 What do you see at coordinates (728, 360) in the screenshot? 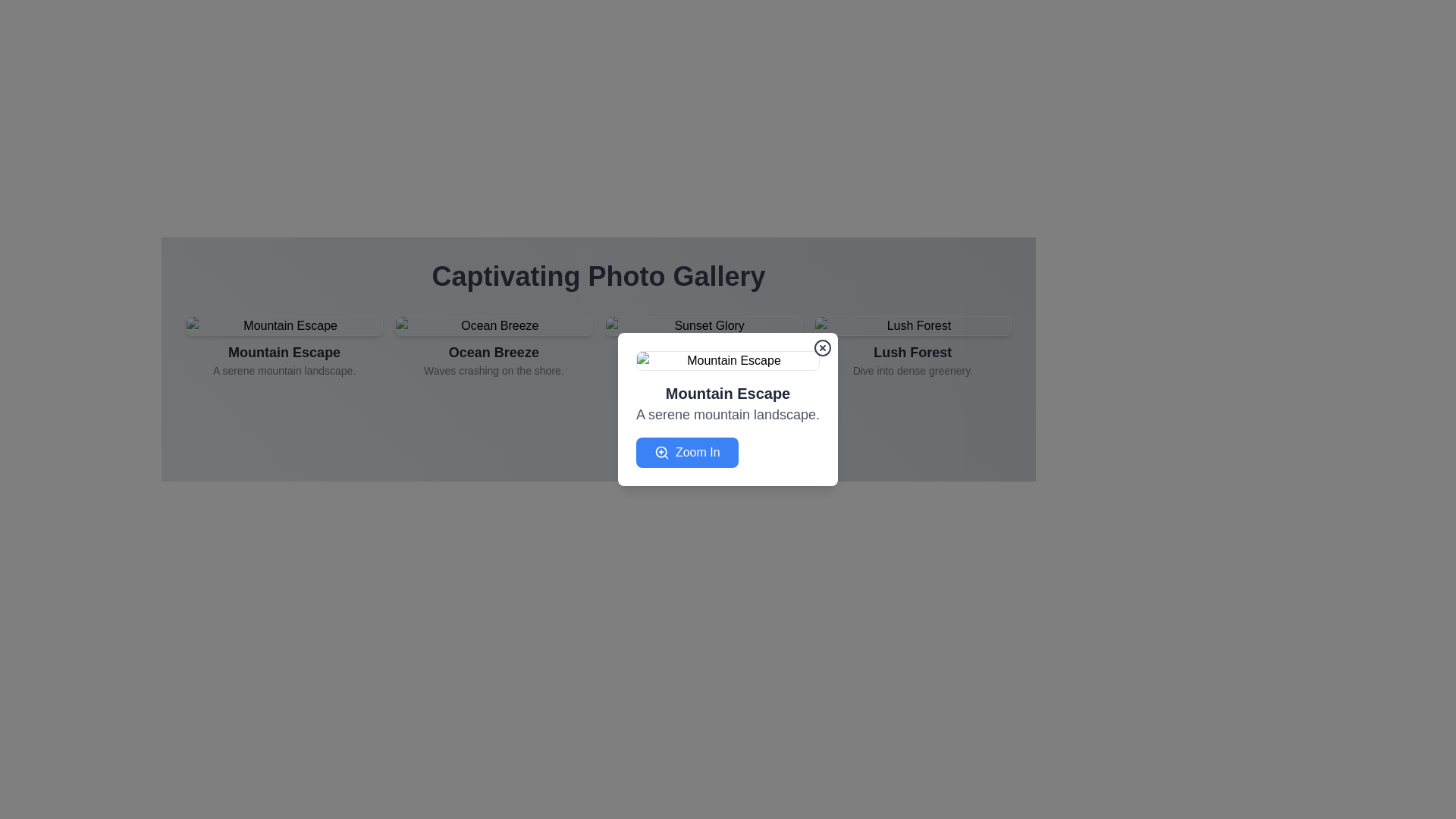
I see `the image illustrating 'Mountain Escape' located at the top center of a white box with rounded corners` at bounding box center [728, 360].